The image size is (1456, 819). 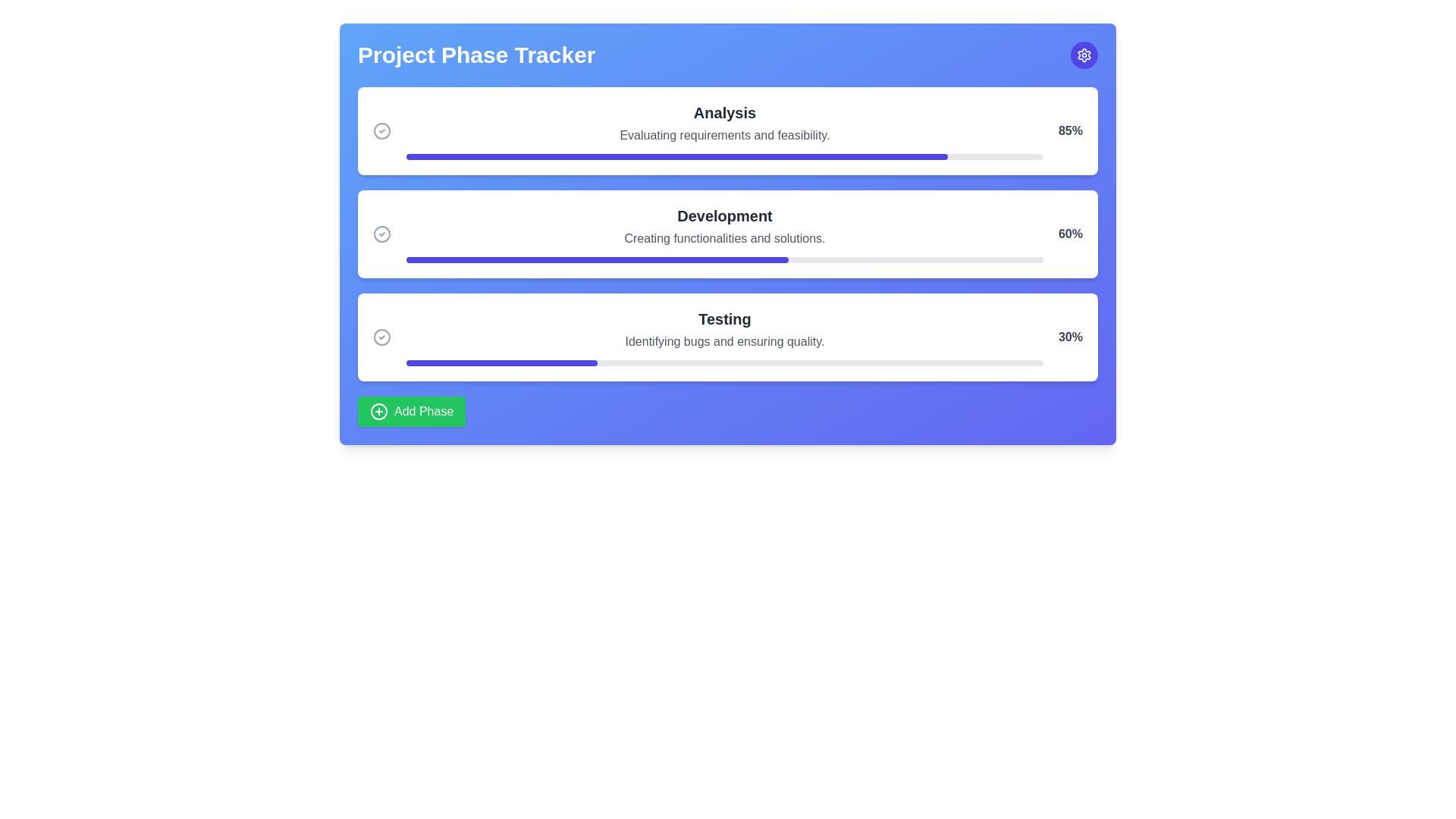 I want to click on the bold 'Analysis' heading element, which is styled in dark gray and positioned at the top of a card-like section, indicating its role as a key label, so click(x=723, y=112).